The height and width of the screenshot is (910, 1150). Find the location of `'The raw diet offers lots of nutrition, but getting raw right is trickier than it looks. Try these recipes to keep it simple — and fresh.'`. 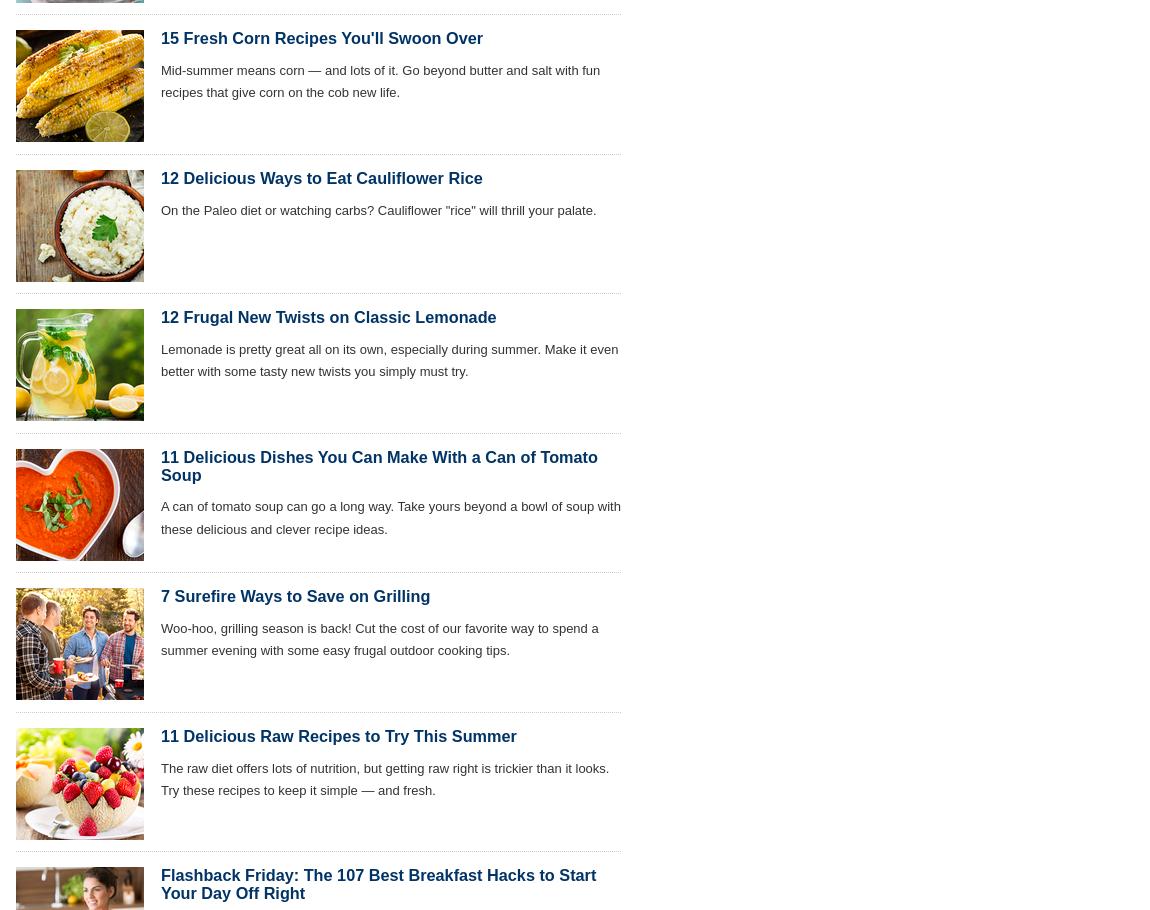

'The raw diet offers lots of nutrition, but getting raw right is trickier than it looks. Try these recipes to keep it simple — and fresh.' is located at coordinates (385, 778).